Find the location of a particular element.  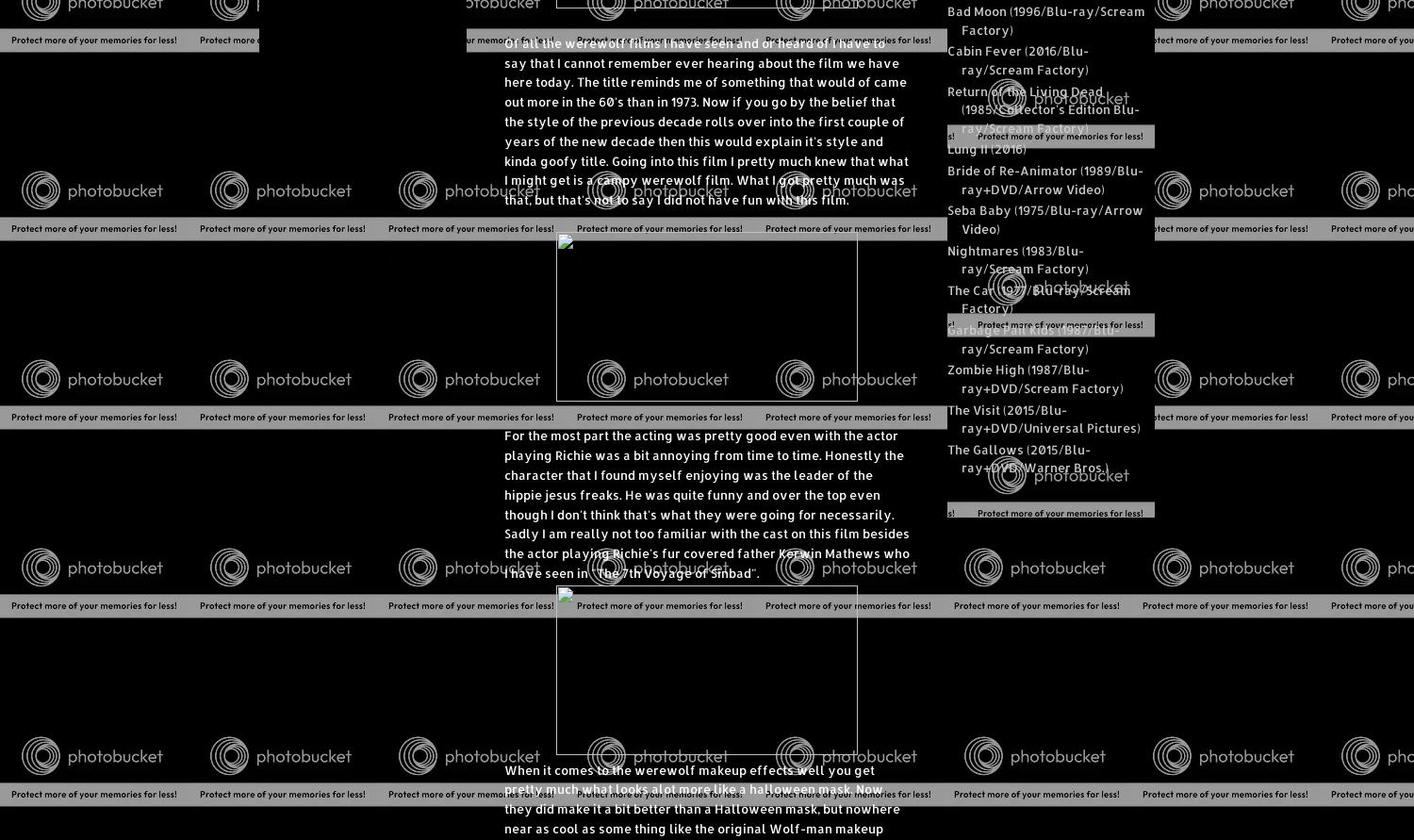

'The Gallows (2015/Blu-ray+DVD/Warner Bros.)' is located at coordinates (947, 457).